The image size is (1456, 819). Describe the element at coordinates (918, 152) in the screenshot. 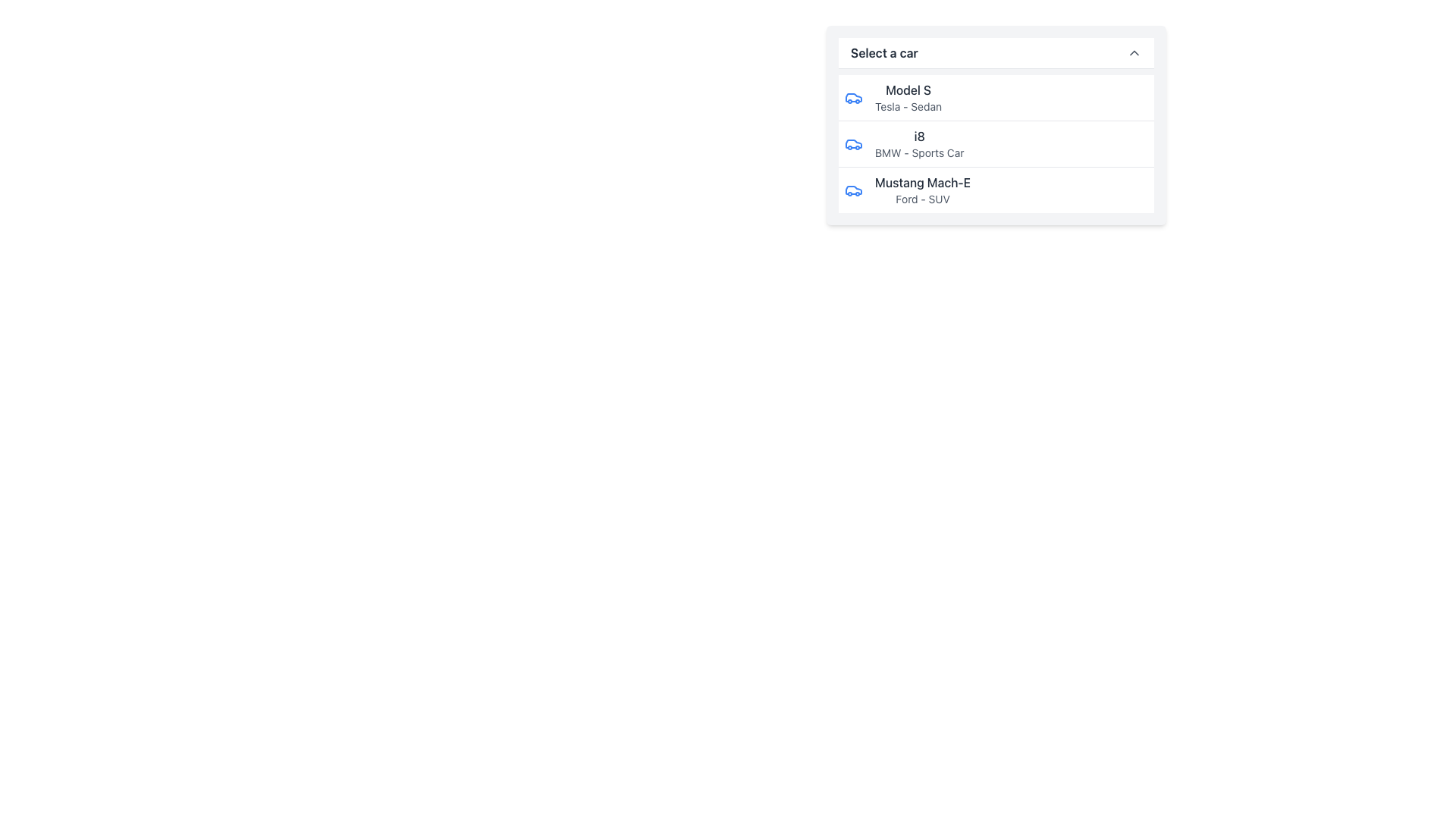

I see `the Text Label element reading 'BMW - Sports Car' located below the bold 'i8' label in the car selection dropdown` at that location.